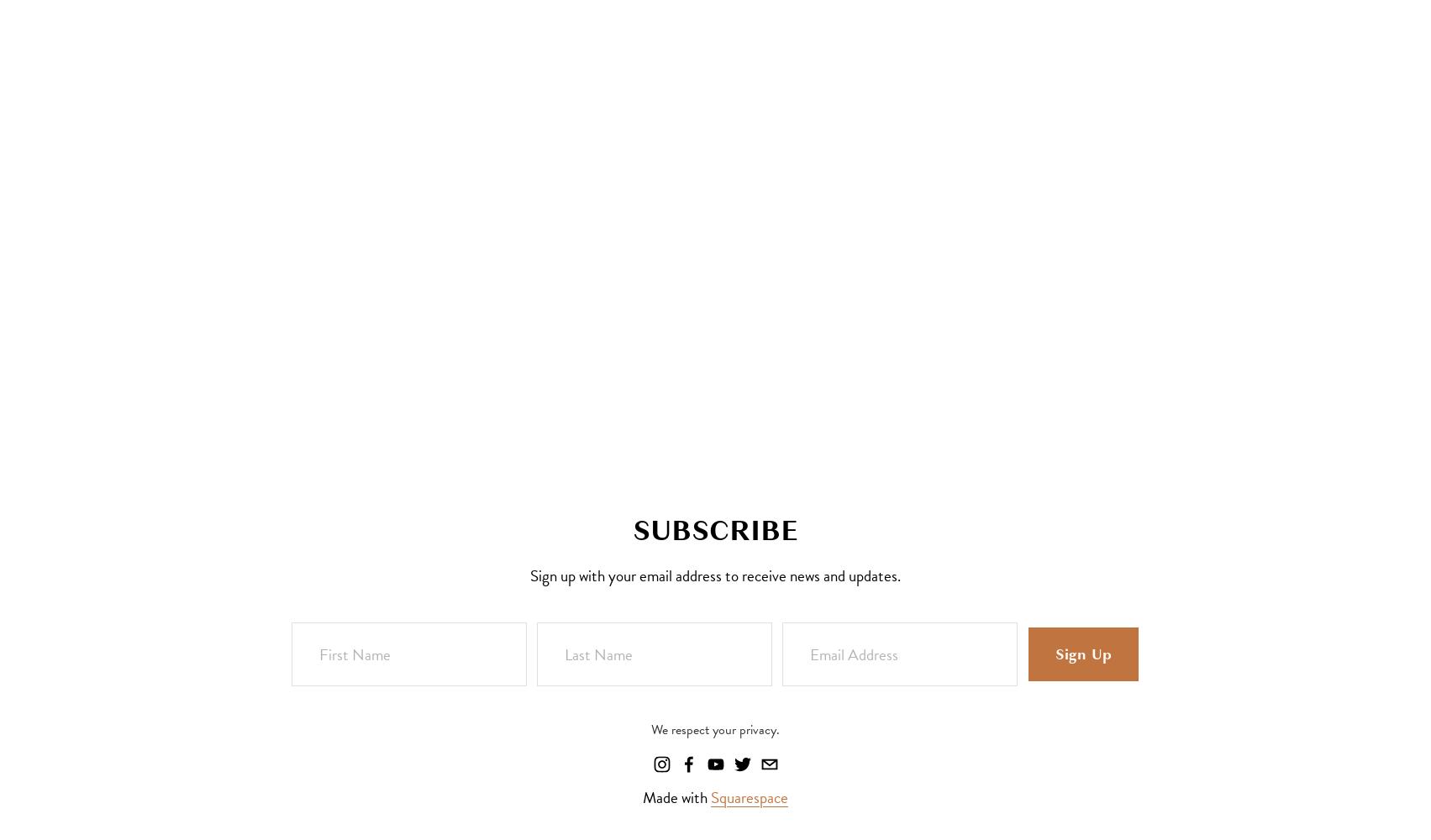 The width and height of the screenshot is (1431, 840). I want to click on 'Kori Green', so click(714, 351).